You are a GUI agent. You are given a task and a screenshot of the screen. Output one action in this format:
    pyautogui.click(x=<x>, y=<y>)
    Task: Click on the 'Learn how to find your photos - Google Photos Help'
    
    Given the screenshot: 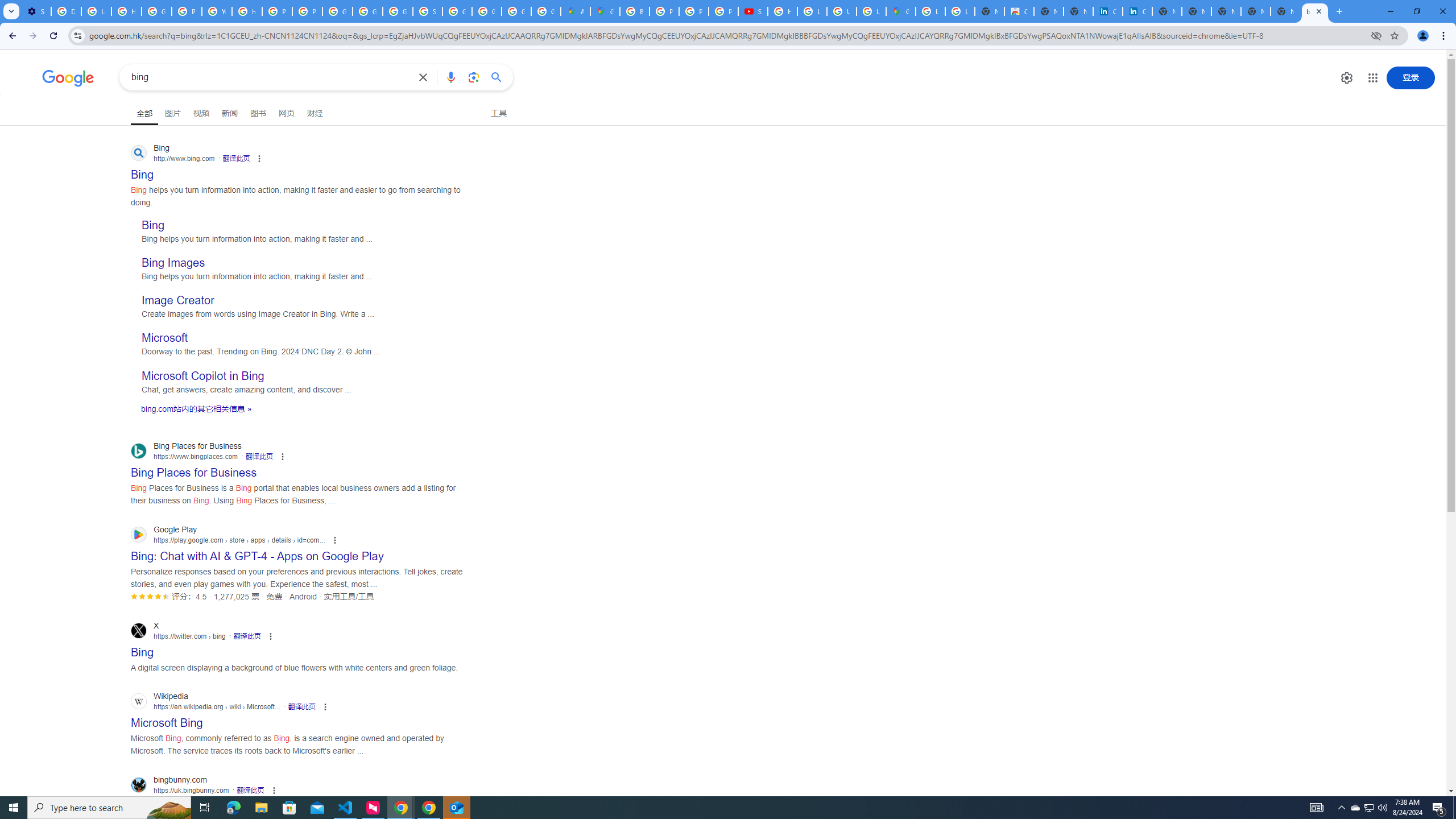 What is the action you would take?
    pyautogui.click(x=95, y=11)
    